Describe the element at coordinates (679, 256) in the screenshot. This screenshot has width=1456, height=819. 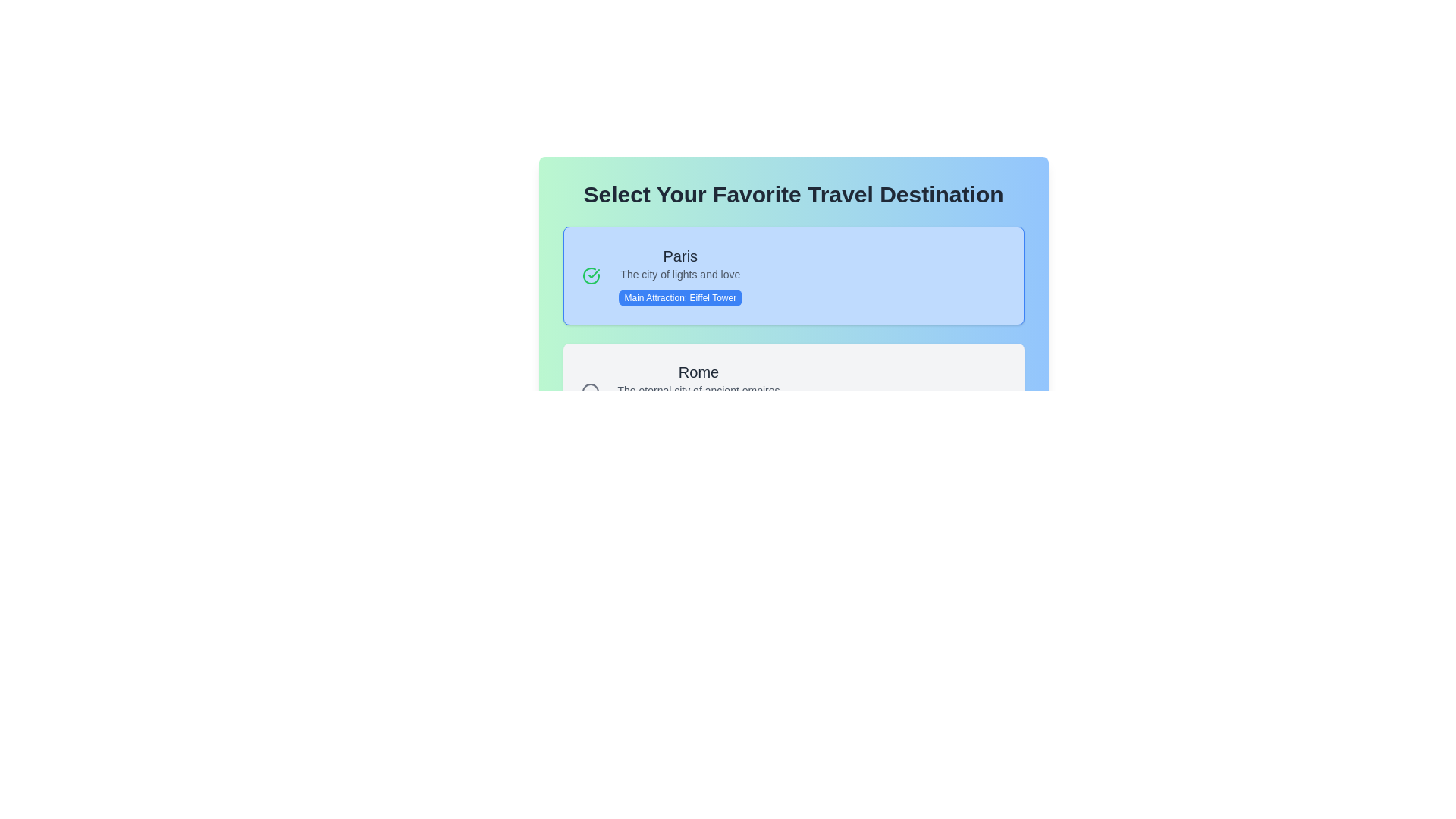
I see `the informational text label that specifies the travel destination 'Paris', positioned above the texts 'The city of lights and love' and 'Main attraction: Eiffel Tower'` at that location.